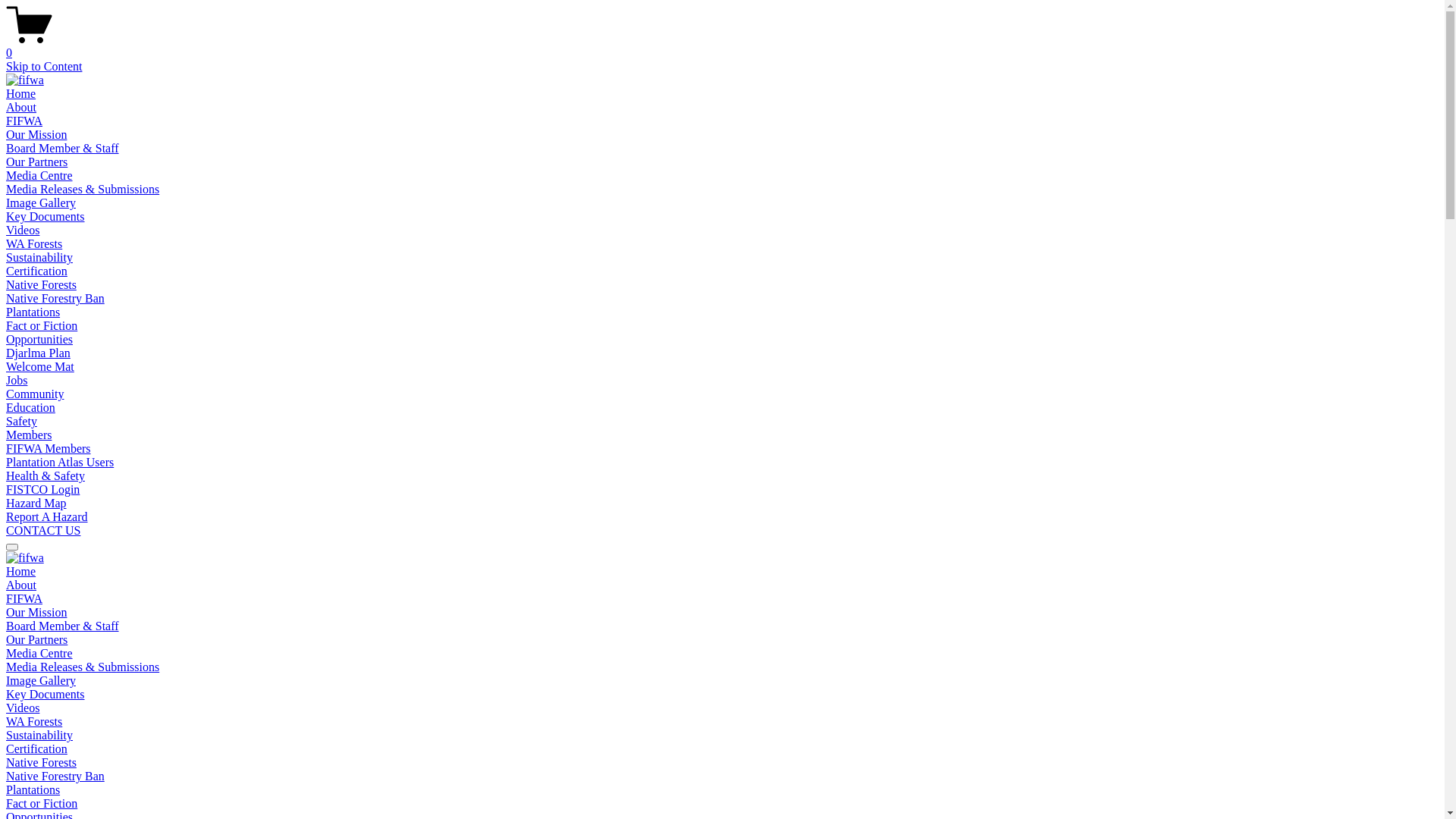 The image size is (1456, 819). I want to click on 'Image Gallery', so click(40, 679).